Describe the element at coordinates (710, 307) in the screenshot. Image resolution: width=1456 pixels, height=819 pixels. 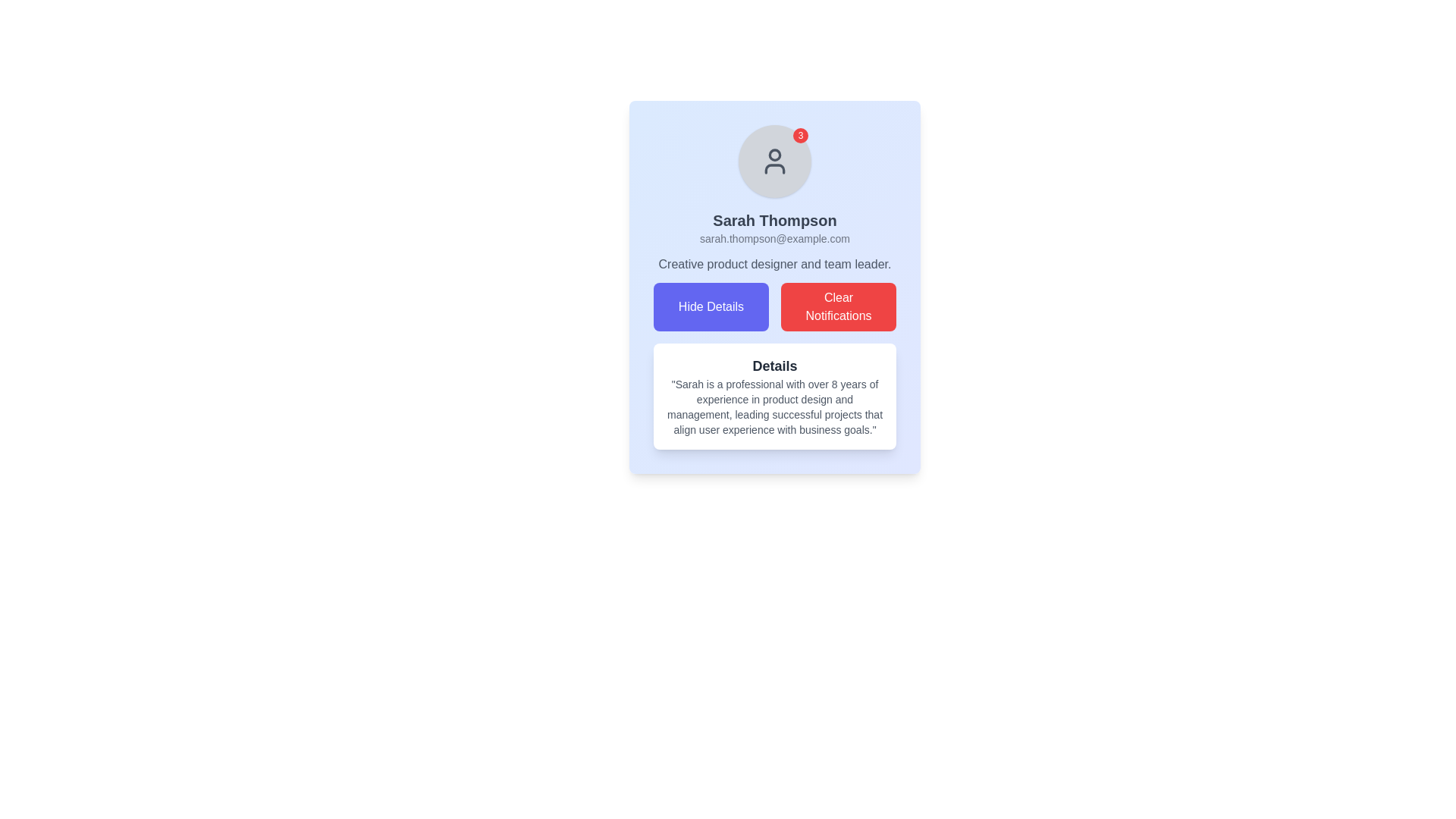
I see `the first button in the grid that hides the details section, positioned below the user information section, to change its color` at that location.